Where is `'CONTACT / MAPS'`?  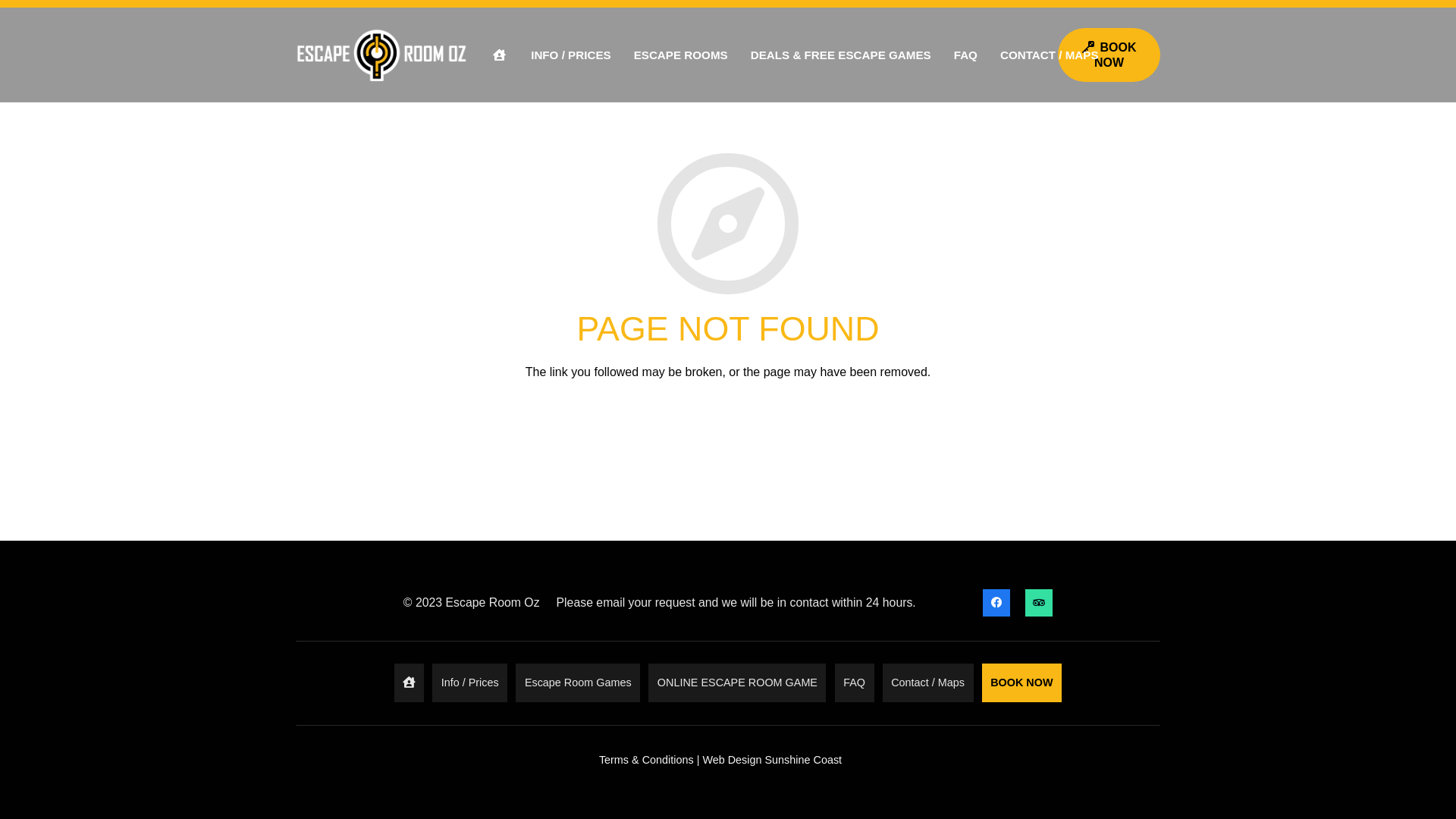
'CONTACT / MAPS' is located at coordinates (989, 55).